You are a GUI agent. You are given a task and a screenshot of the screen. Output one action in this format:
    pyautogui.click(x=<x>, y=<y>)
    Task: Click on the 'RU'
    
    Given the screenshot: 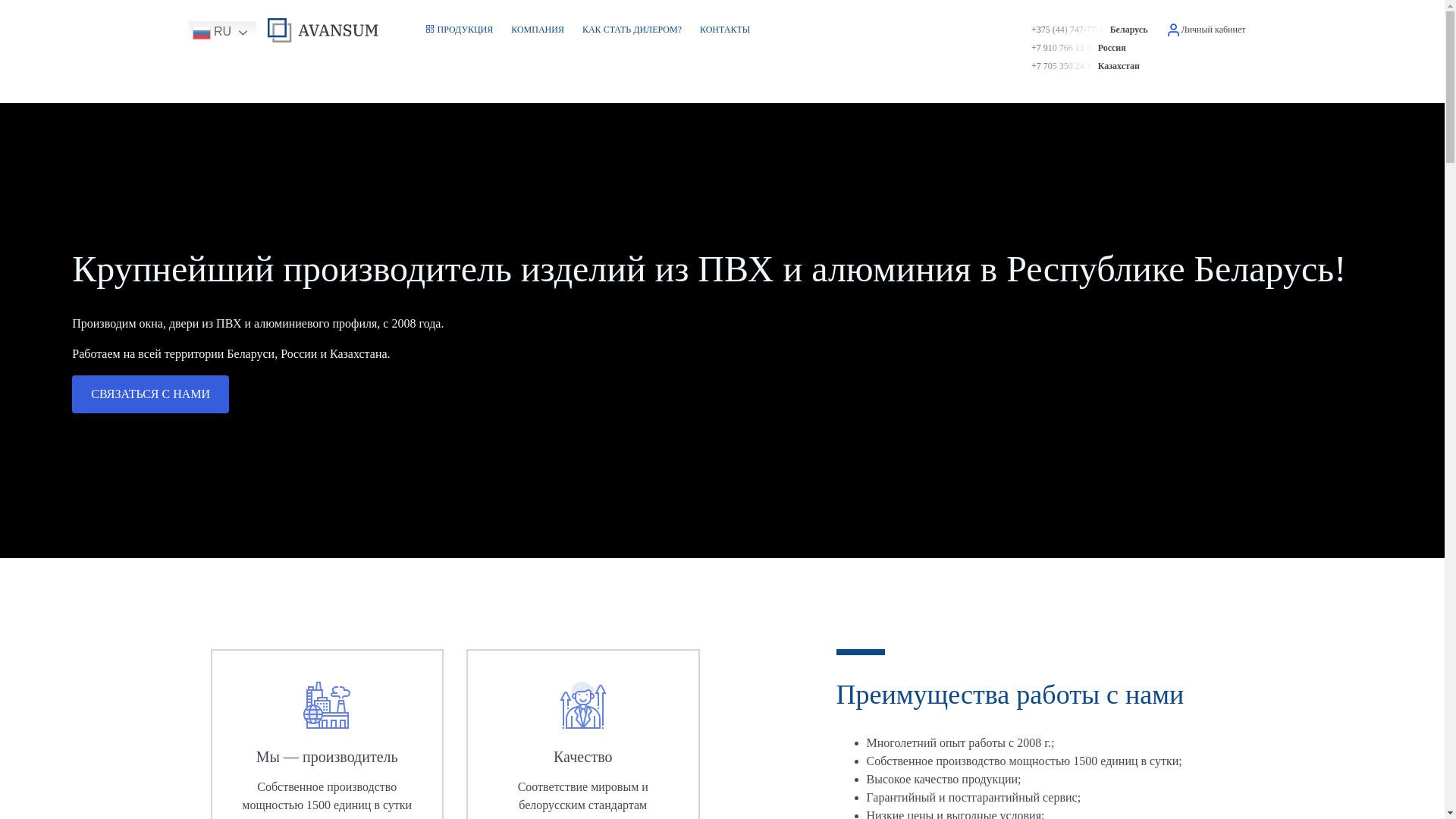 What is the action you would take?
    pyautogui.click(x=187, y=32)
    